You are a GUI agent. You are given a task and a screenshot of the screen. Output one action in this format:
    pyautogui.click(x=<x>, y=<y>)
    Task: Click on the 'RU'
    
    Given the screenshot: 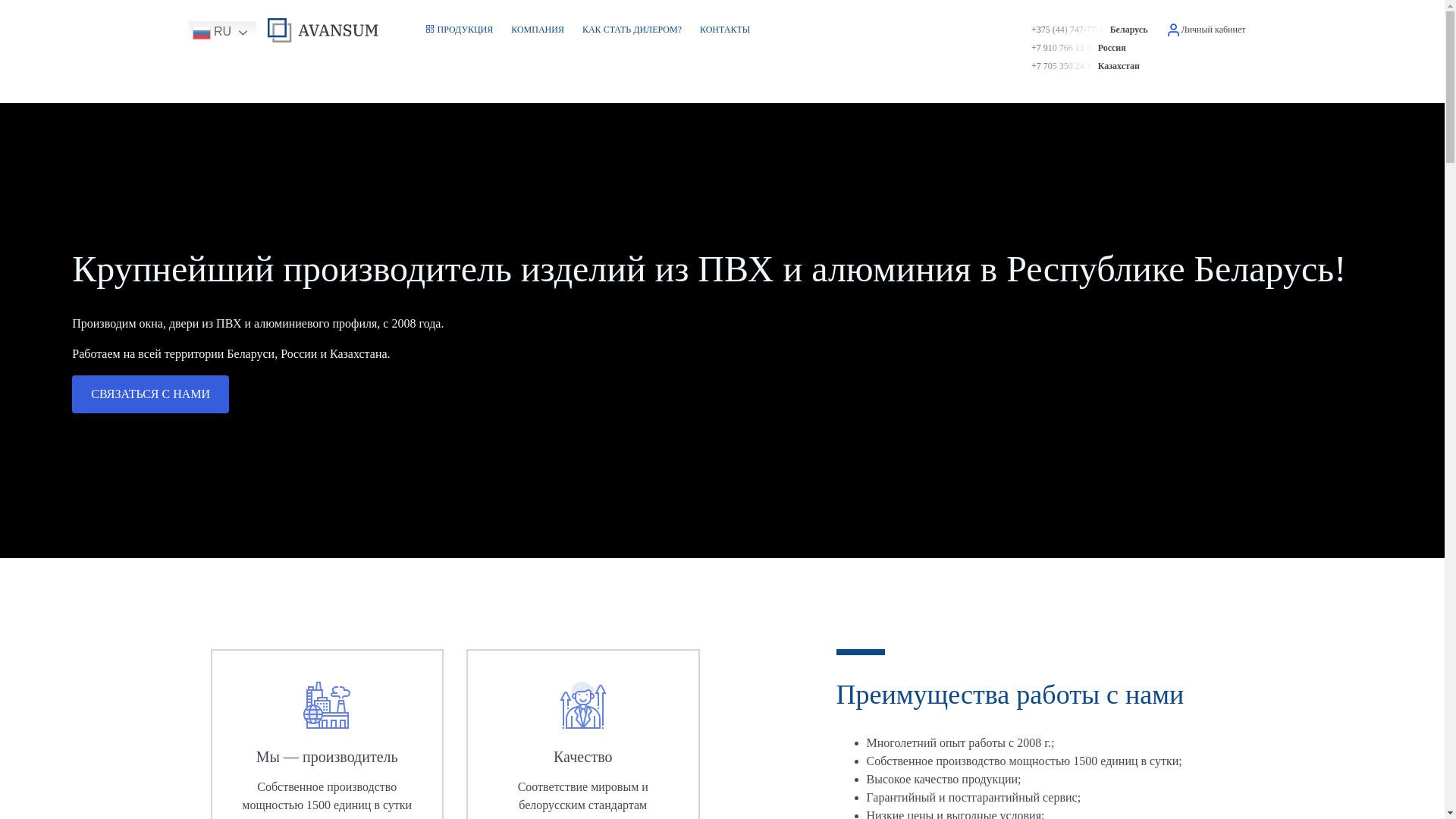 What is the action you would take?
    pyautogui.click(x=187, y=32)
    